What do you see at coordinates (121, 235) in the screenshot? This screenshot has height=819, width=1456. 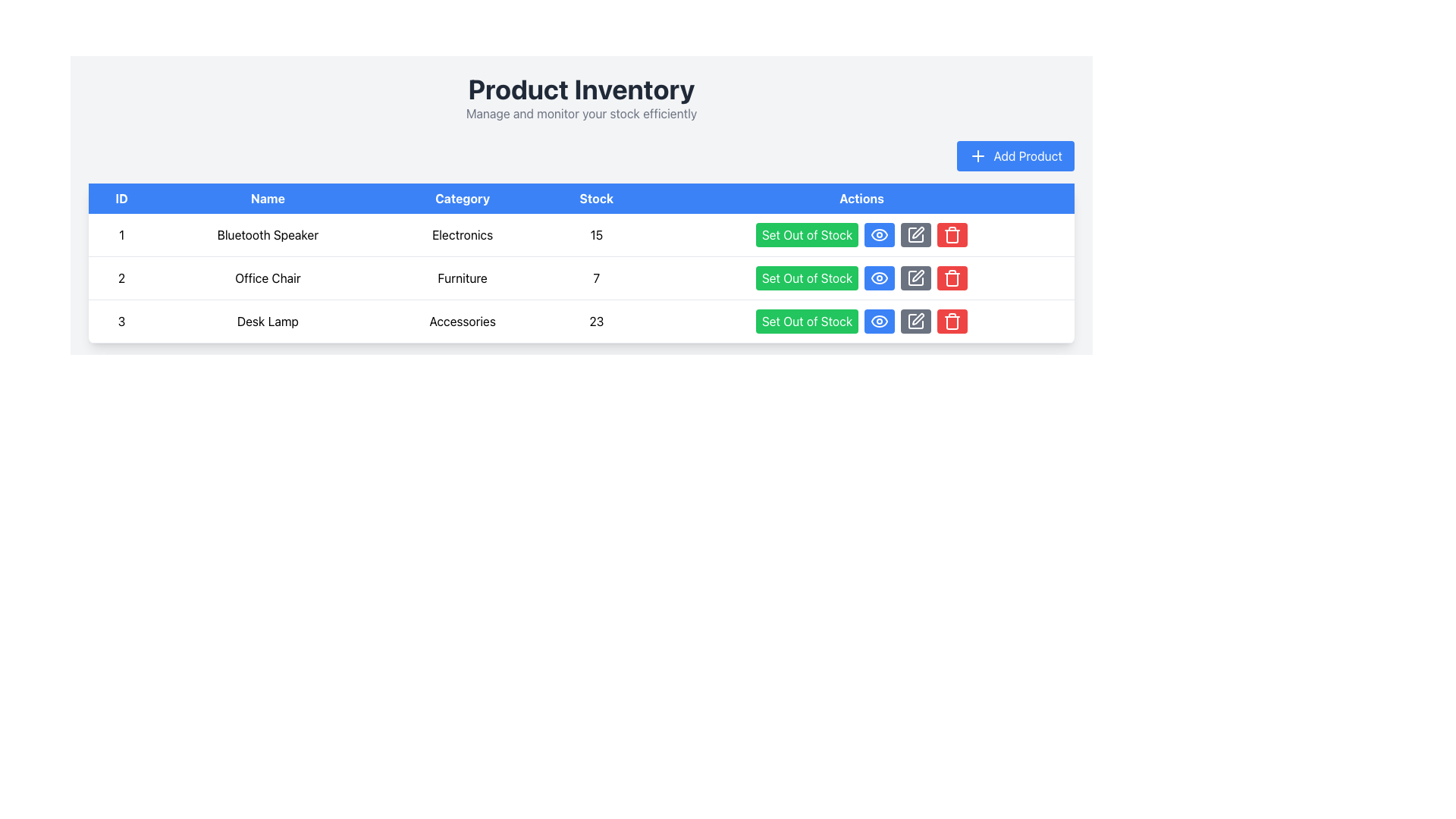 I see `the text element that serves as the identifier for the first item in the table under the 'ID' header` at bounding box center [121, 235].